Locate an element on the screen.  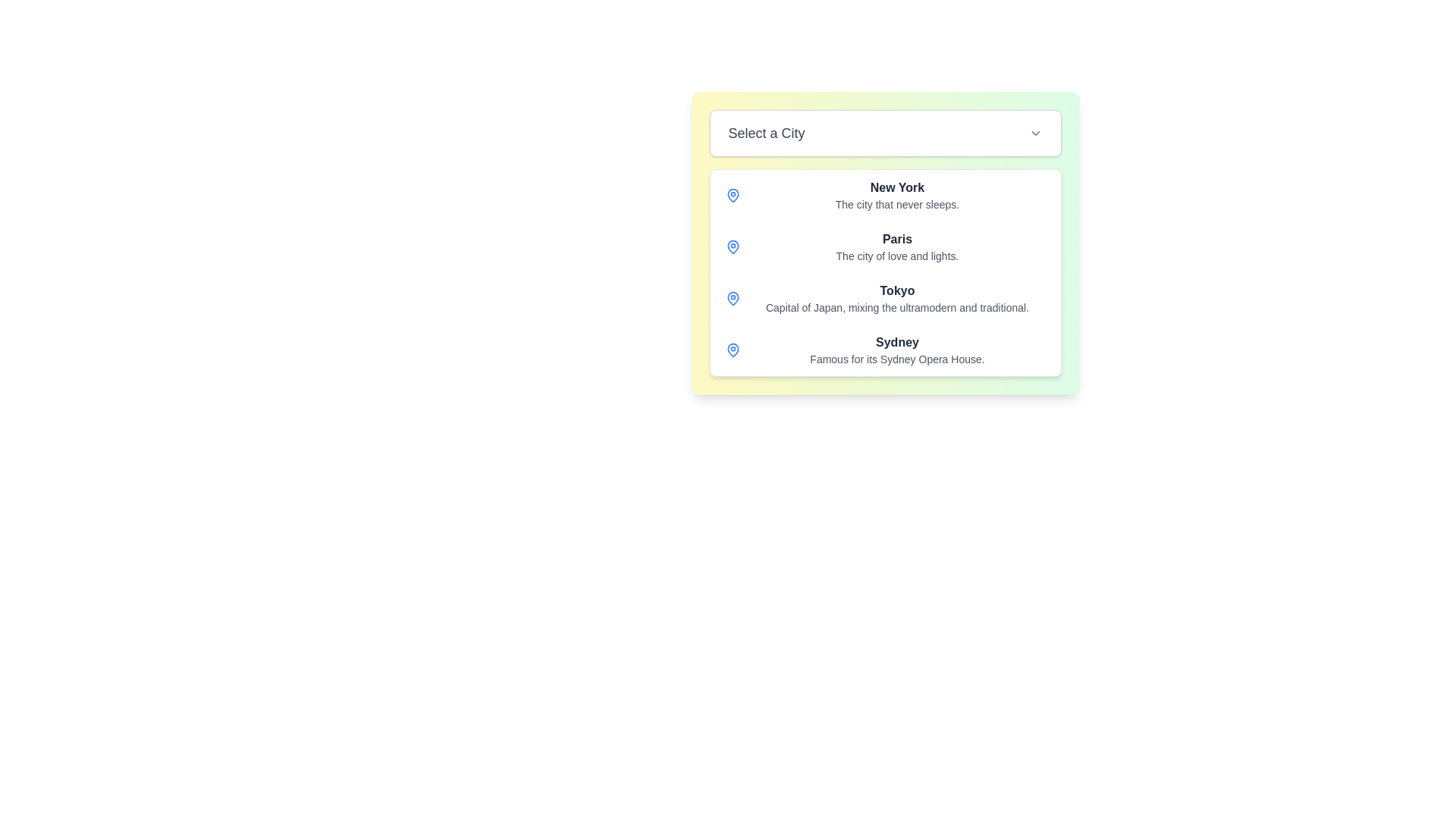
the Text label containing 'Paris' in bold dark gray font and 'The city of love and lights.' underneath, which is located in the second group of a list-like structure, between 'New York' above and 'Tokyo' below is located at coordinates (897, 246).